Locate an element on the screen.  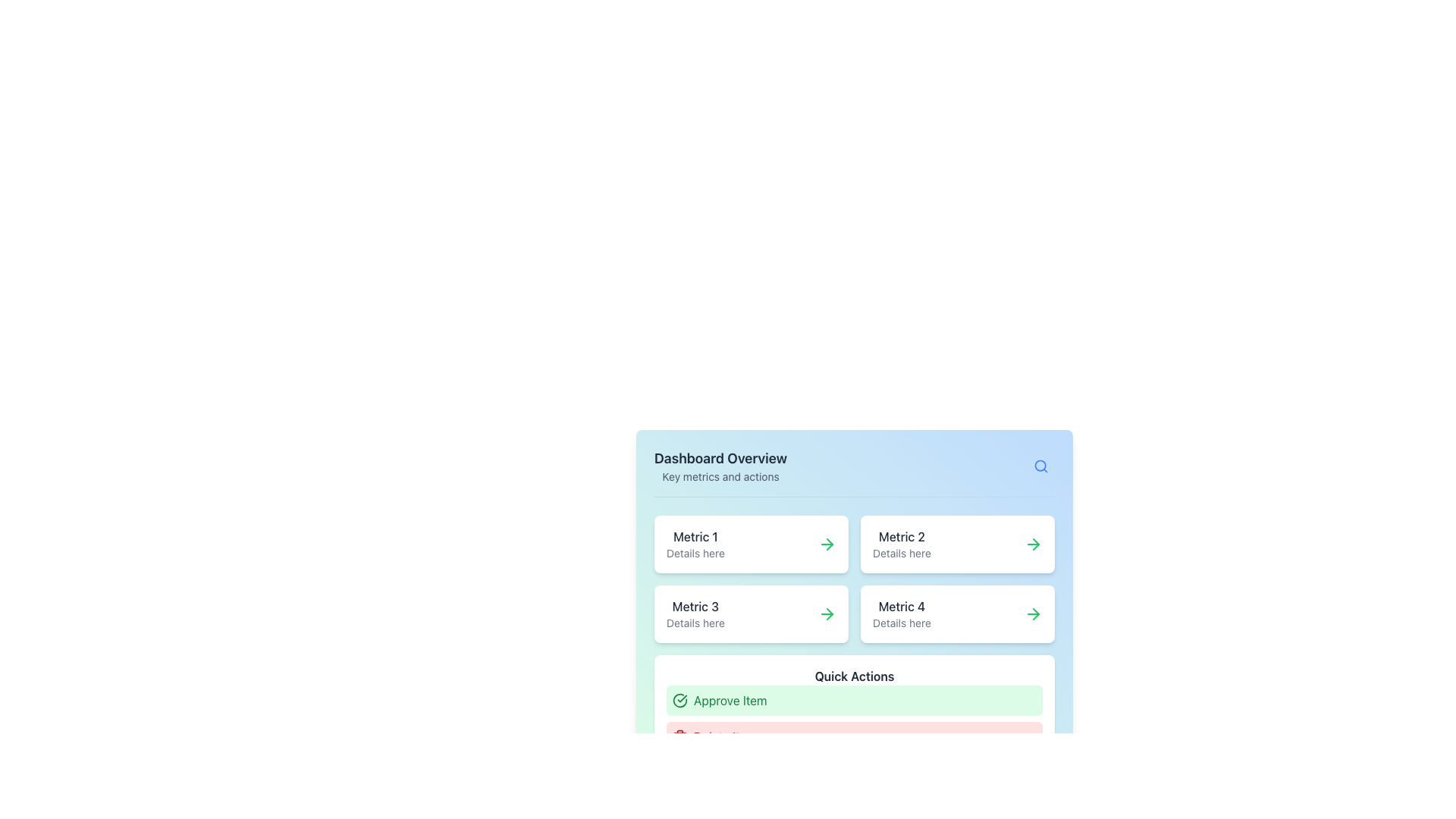
text label located below the 'Dashboard Overview' that provides a summary of the dashboard metrics and actions is located at coordinates (720, 475).